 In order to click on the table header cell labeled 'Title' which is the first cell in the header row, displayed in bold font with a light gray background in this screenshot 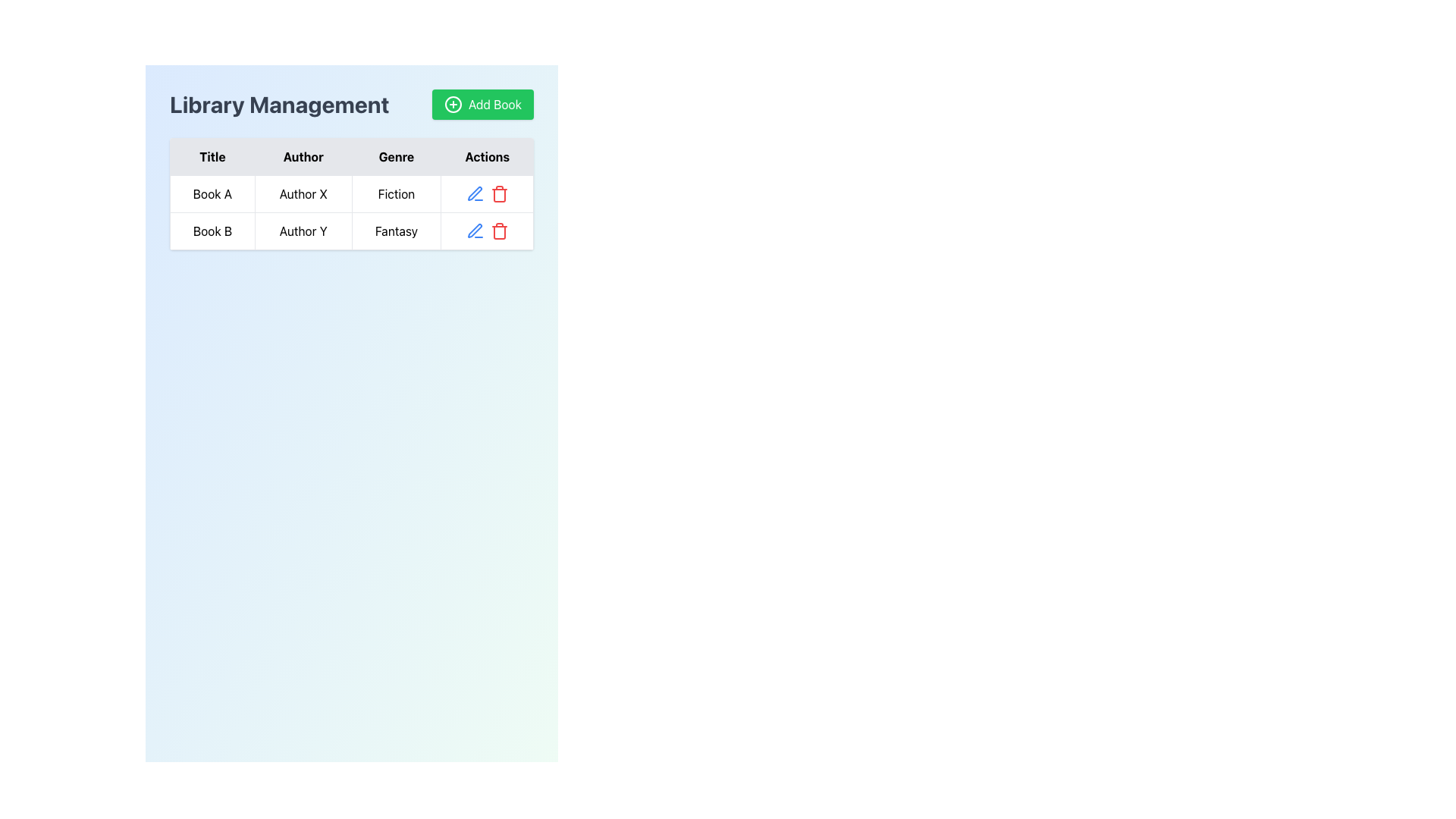, I will do `click(212, 157)`.